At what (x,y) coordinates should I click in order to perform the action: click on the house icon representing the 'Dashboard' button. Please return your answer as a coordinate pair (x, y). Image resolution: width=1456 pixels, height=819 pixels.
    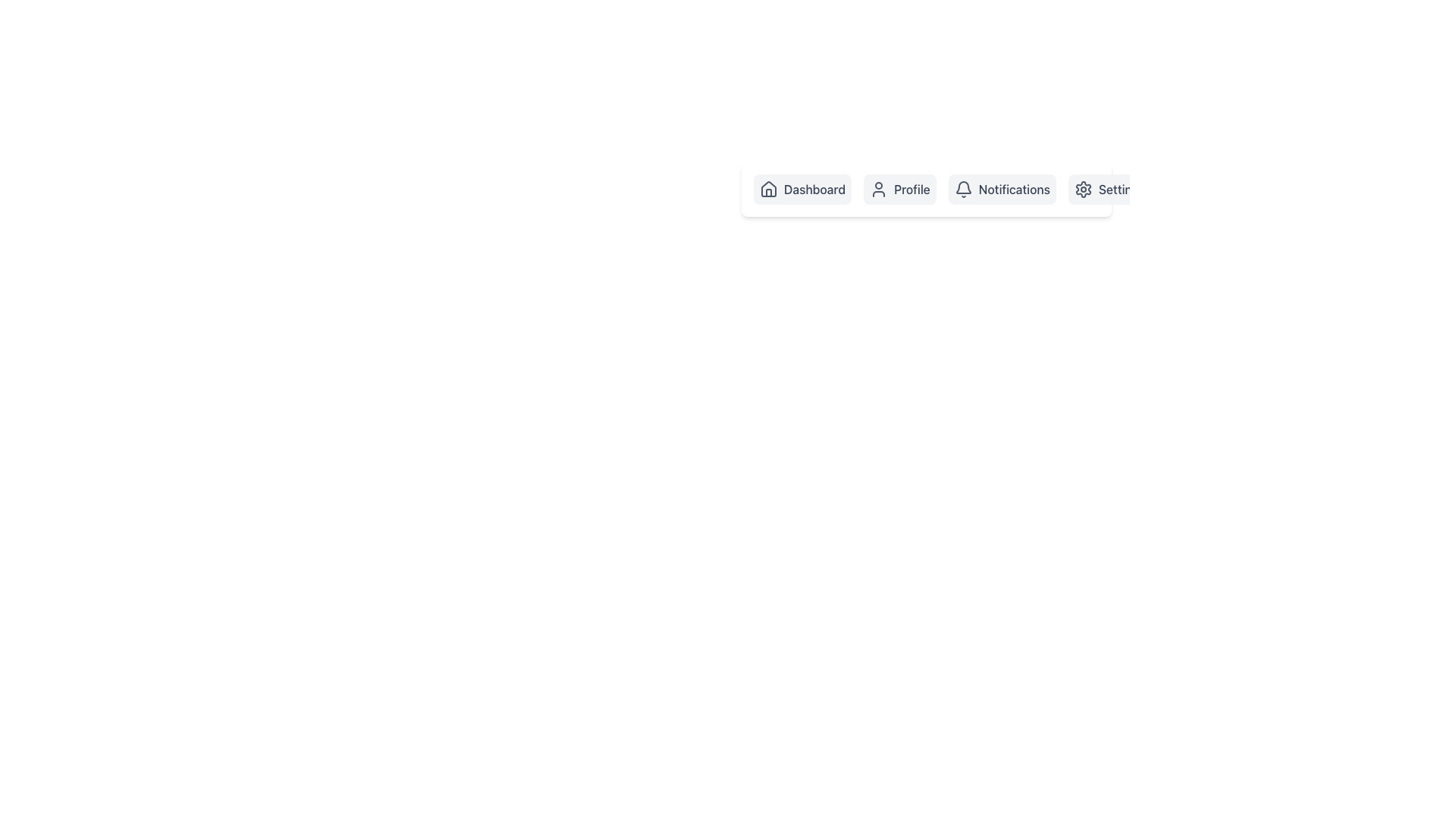
    Looking at the image, I should click on (768, 188).